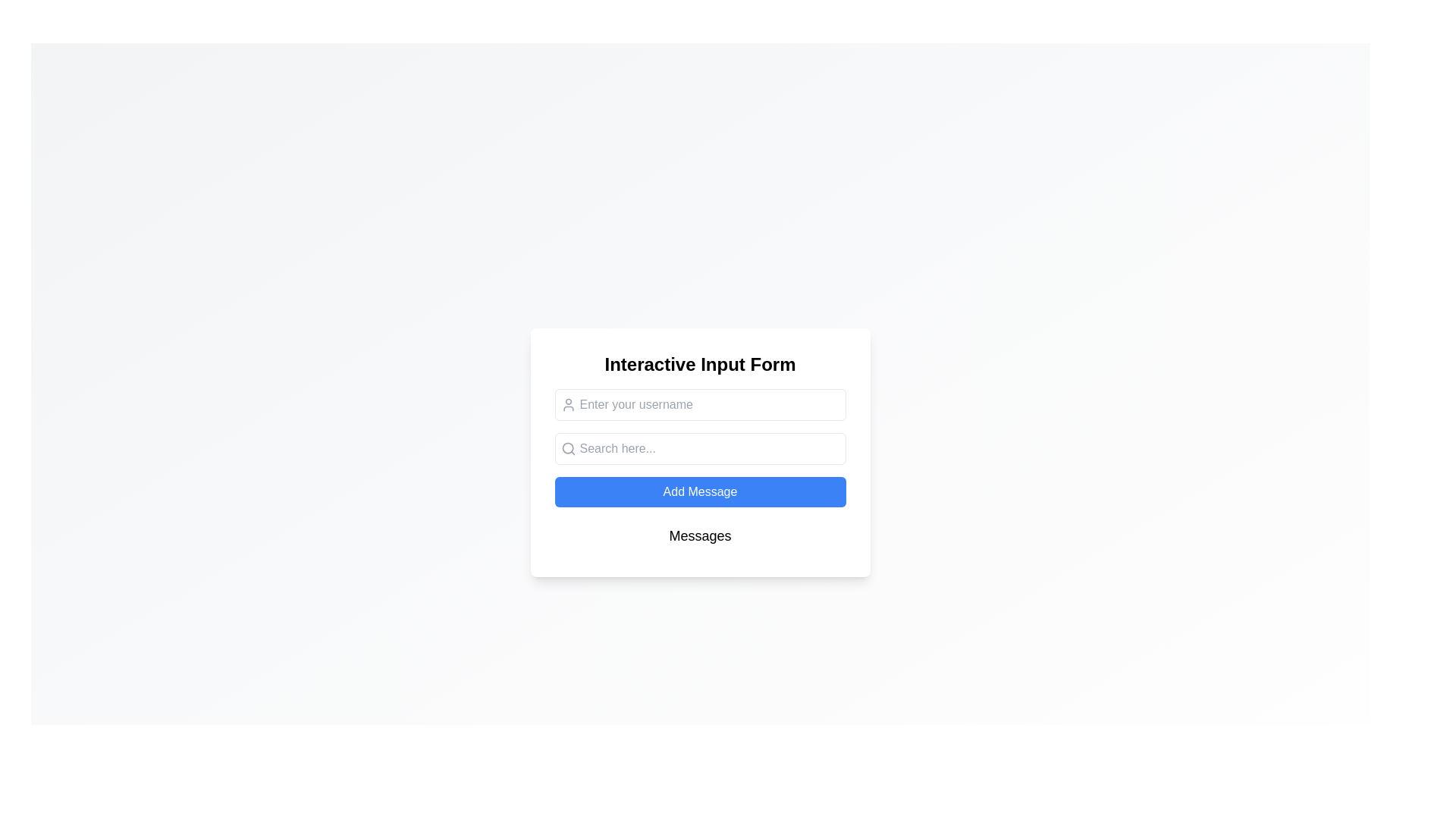 The height and width of the screenshot is (819, 1456). I want to click on the blue 'Add Message' button with rounded corners located near the bottom of the form, so click(699, 491).